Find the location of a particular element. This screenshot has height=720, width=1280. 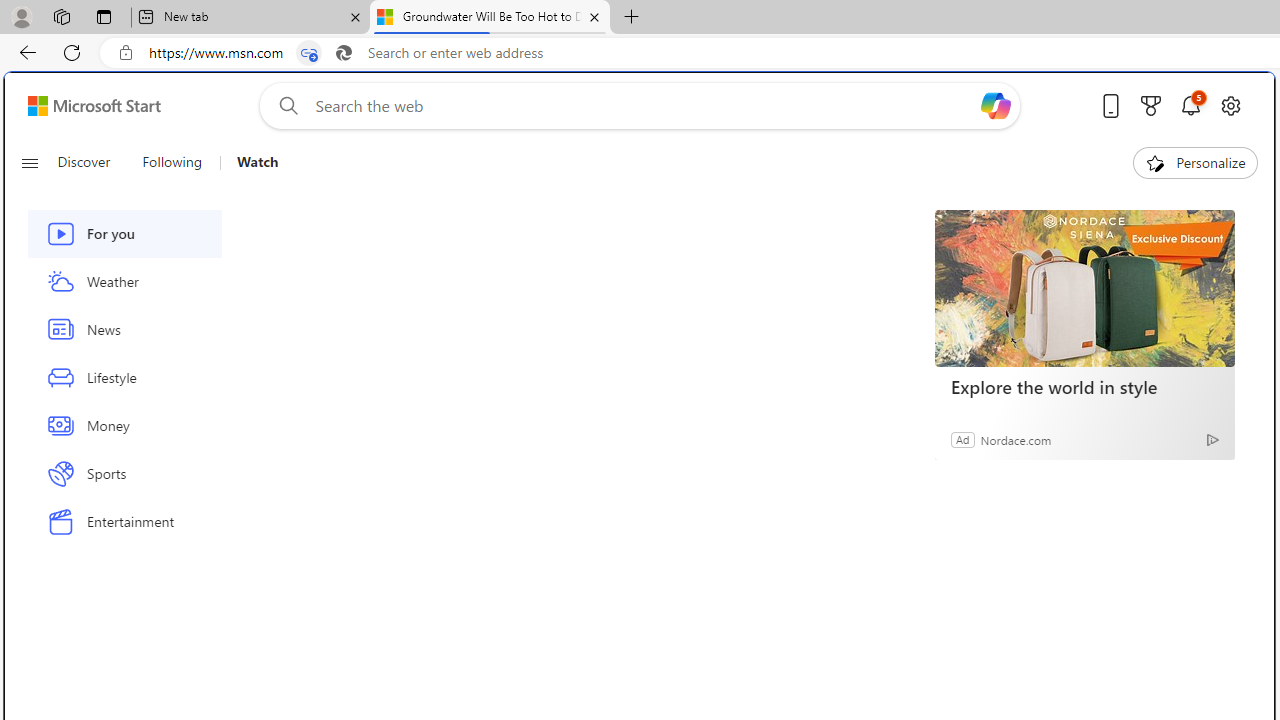

'Back' is located at coordinates (24, 51).